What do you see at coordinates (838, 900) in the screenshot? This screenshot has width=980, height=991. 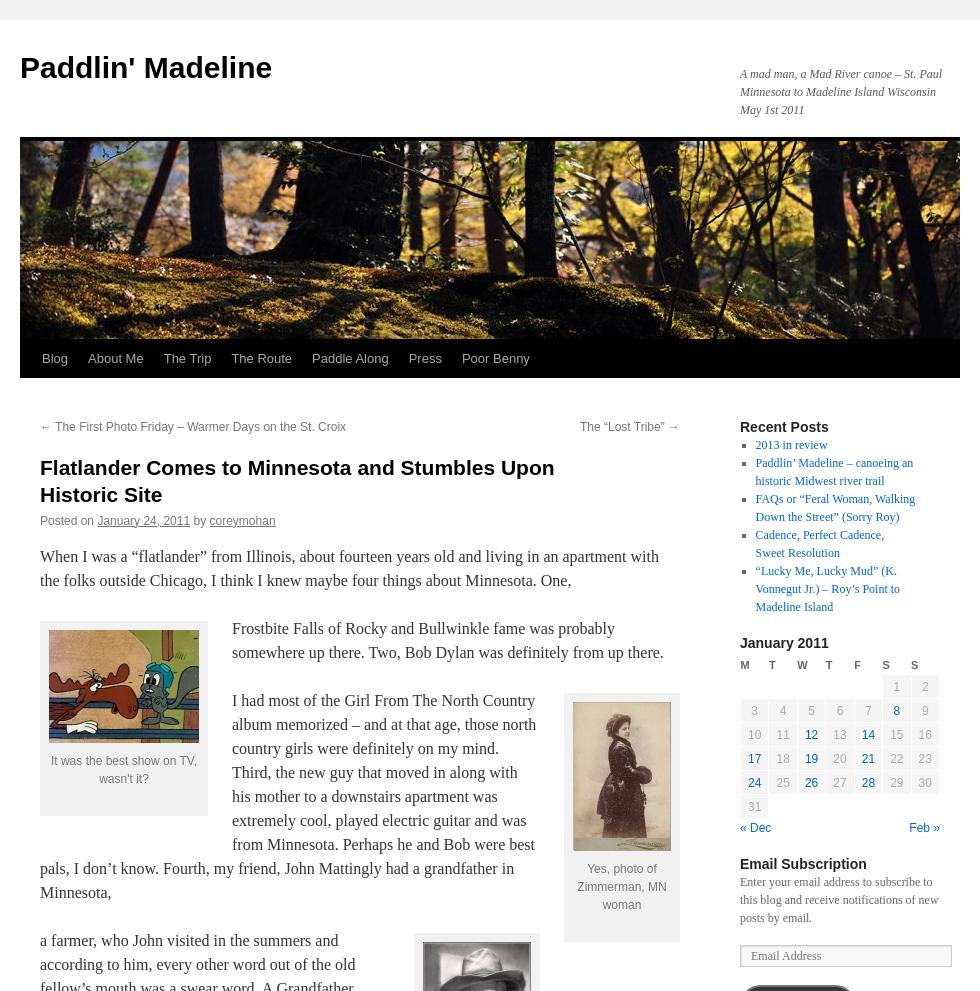 I see `'Enter your email address to subscribe to this blog and receive notifications of new posts by email.'` at bounding box center [838, 900].